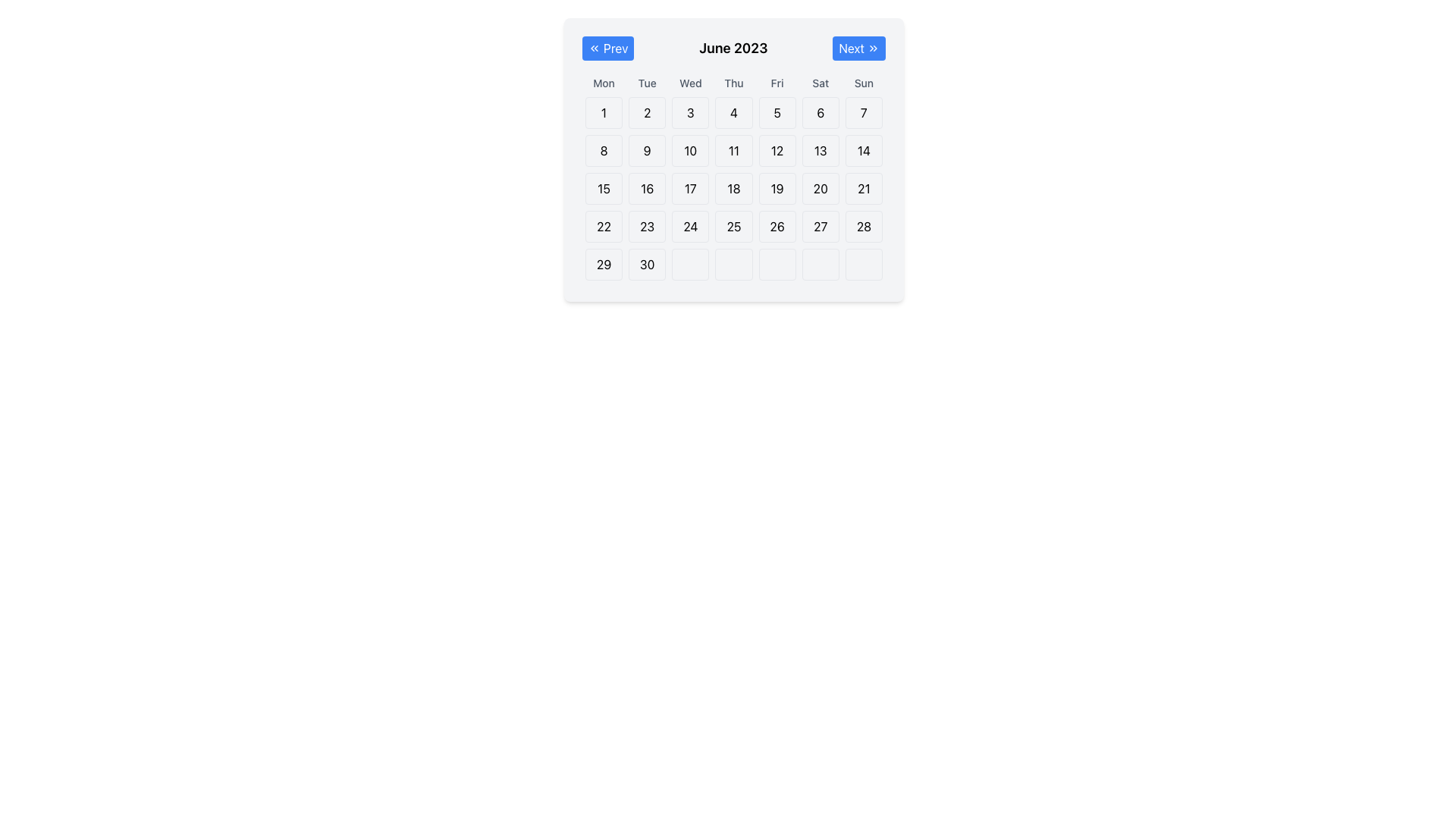 This screenshot has width=1456, height=819. Describe the element at coordinates (647, 112) in the screenshot. I see `the second button in the calendar representing the second day of the month` at that location.